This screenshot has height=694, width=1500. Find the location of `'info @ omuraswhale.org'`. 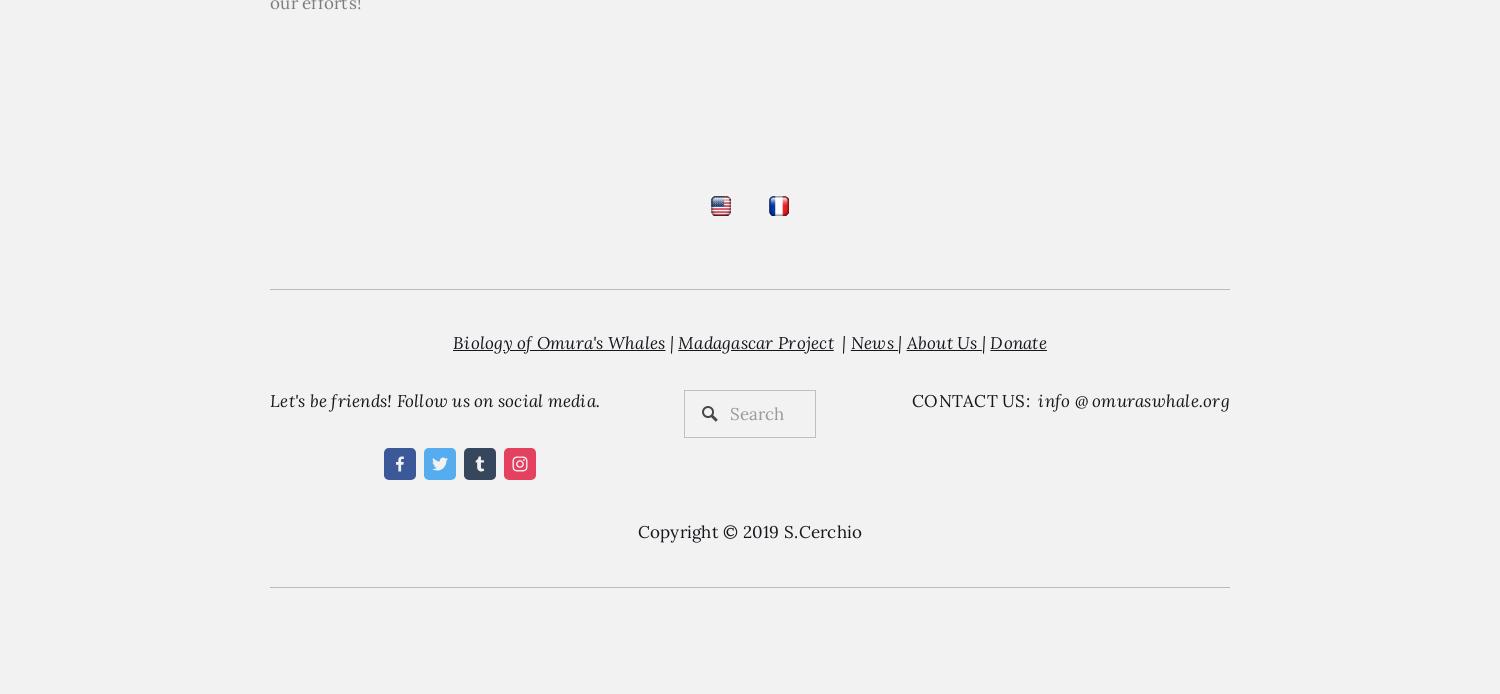

'info @ omuraswhale.org' is located at coordinates (1038, 400).